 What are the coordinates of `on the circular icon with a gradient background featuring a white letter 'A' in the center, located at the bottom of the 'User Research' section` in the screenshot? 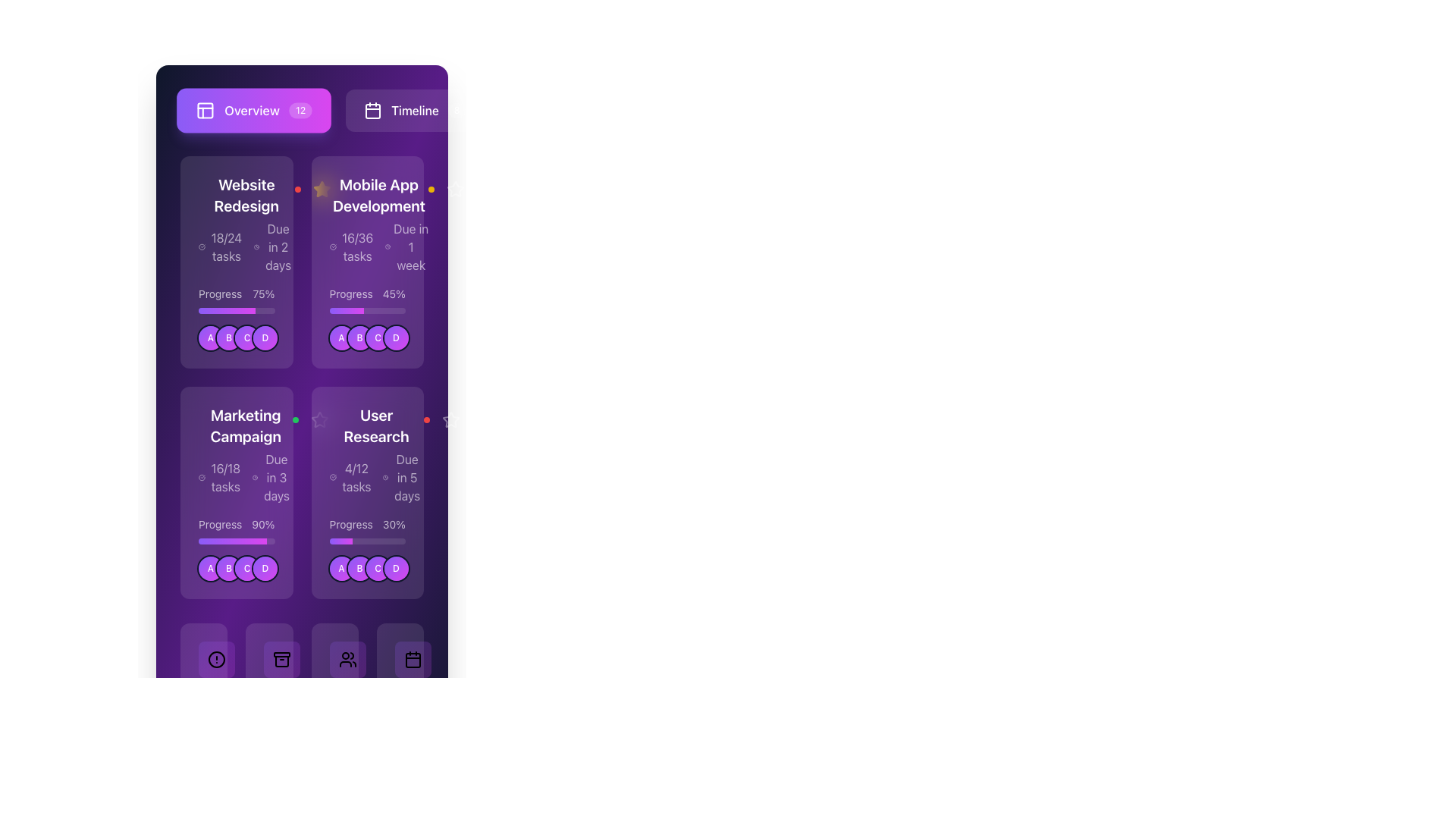 It's located at (340, 568).